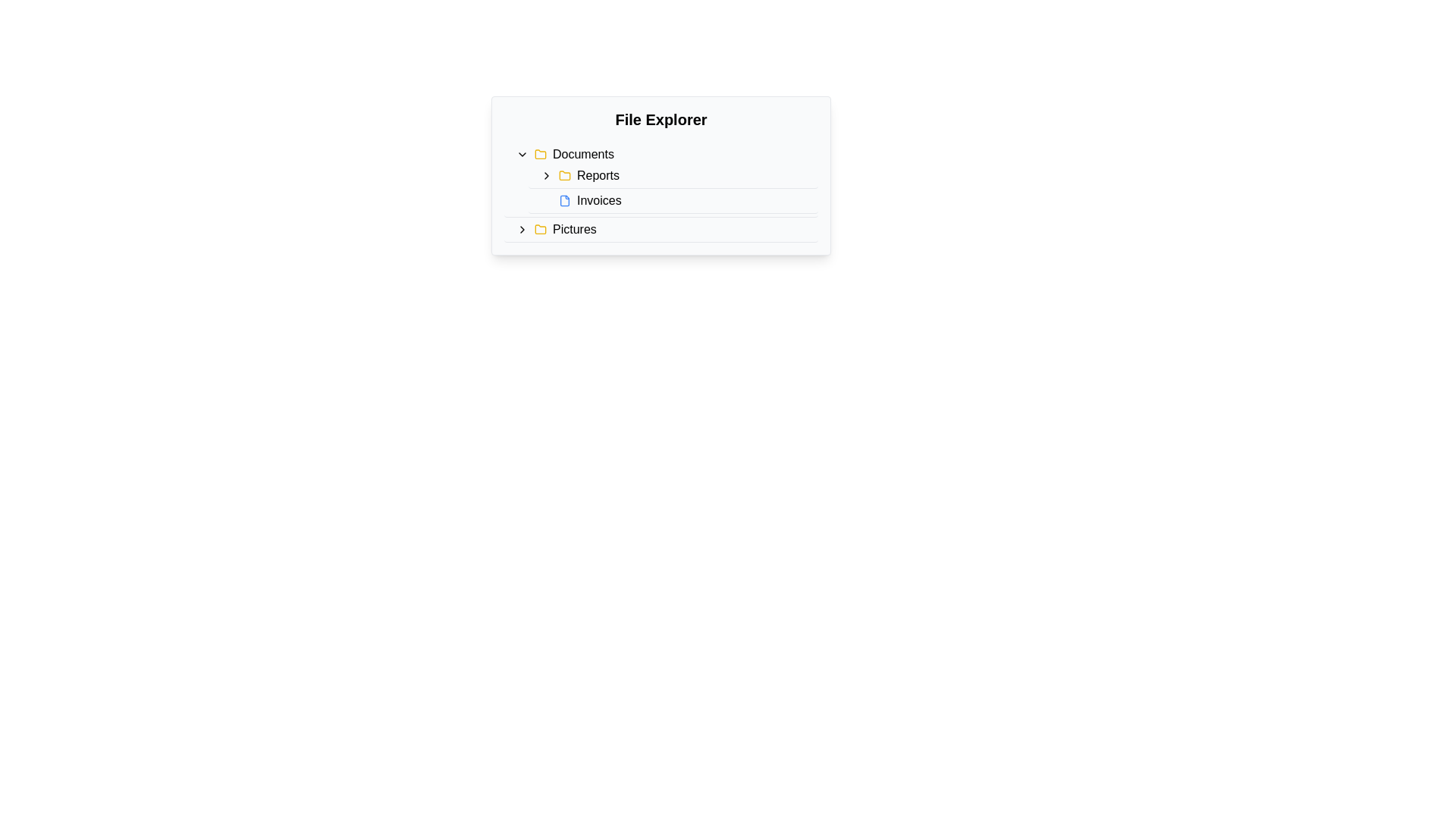 Image resolution: width=1456 pixels, height=819 pixels. Describe the element at coordinates (522, 155) in the screenshot. I see `the Chevron toggle button` at that location.